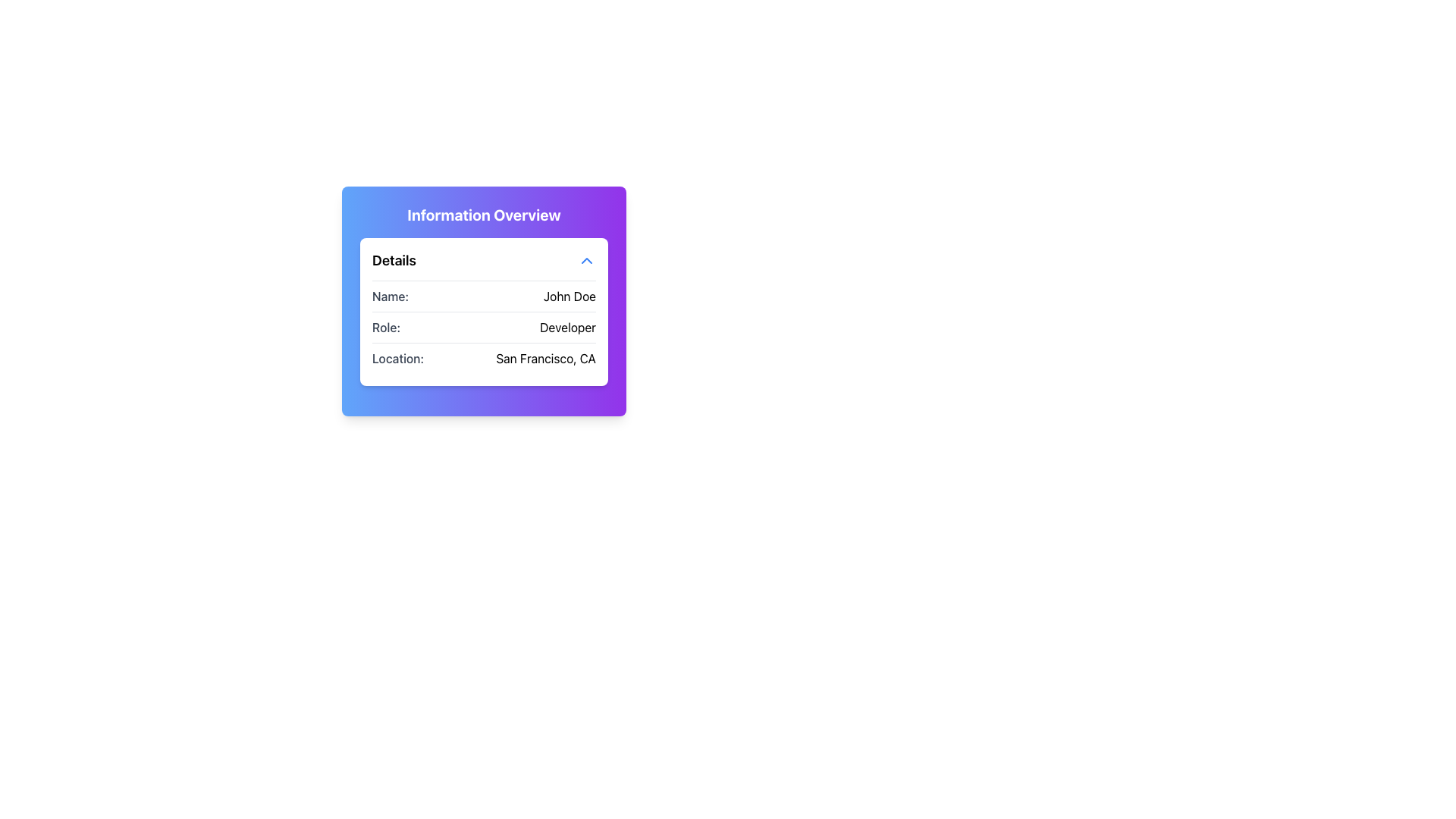  Describe the element at coordinates (567, 327) in the screenshot. I see `text displayed in the bold 'Developer' label located on the right side of the 'Role:' label within the 'Details' section of the centered card` at that location.